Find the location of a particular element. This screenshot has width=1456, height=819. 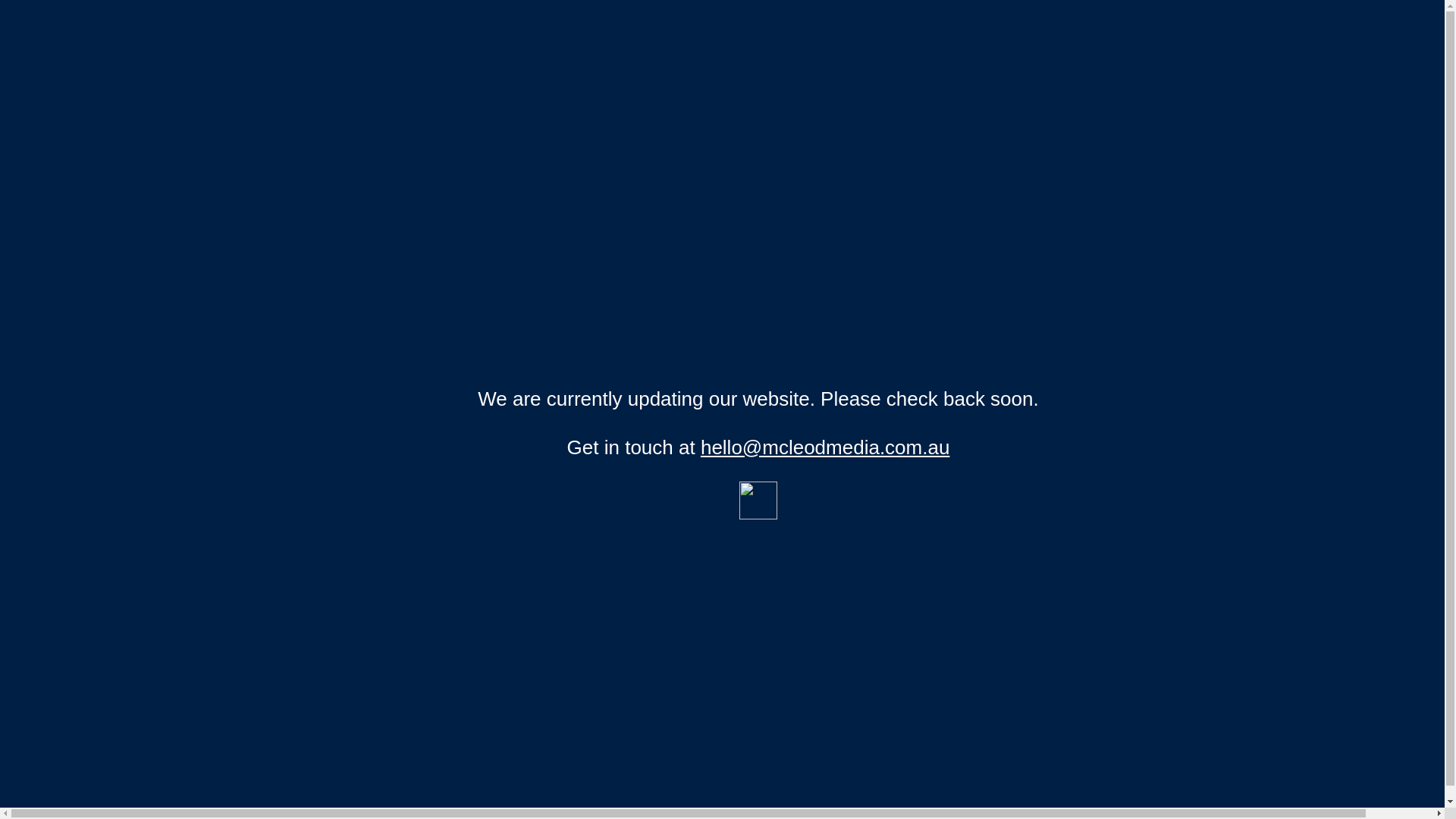

'hello@mcleodmedia.com.au' is located at coordinates (824, 446).